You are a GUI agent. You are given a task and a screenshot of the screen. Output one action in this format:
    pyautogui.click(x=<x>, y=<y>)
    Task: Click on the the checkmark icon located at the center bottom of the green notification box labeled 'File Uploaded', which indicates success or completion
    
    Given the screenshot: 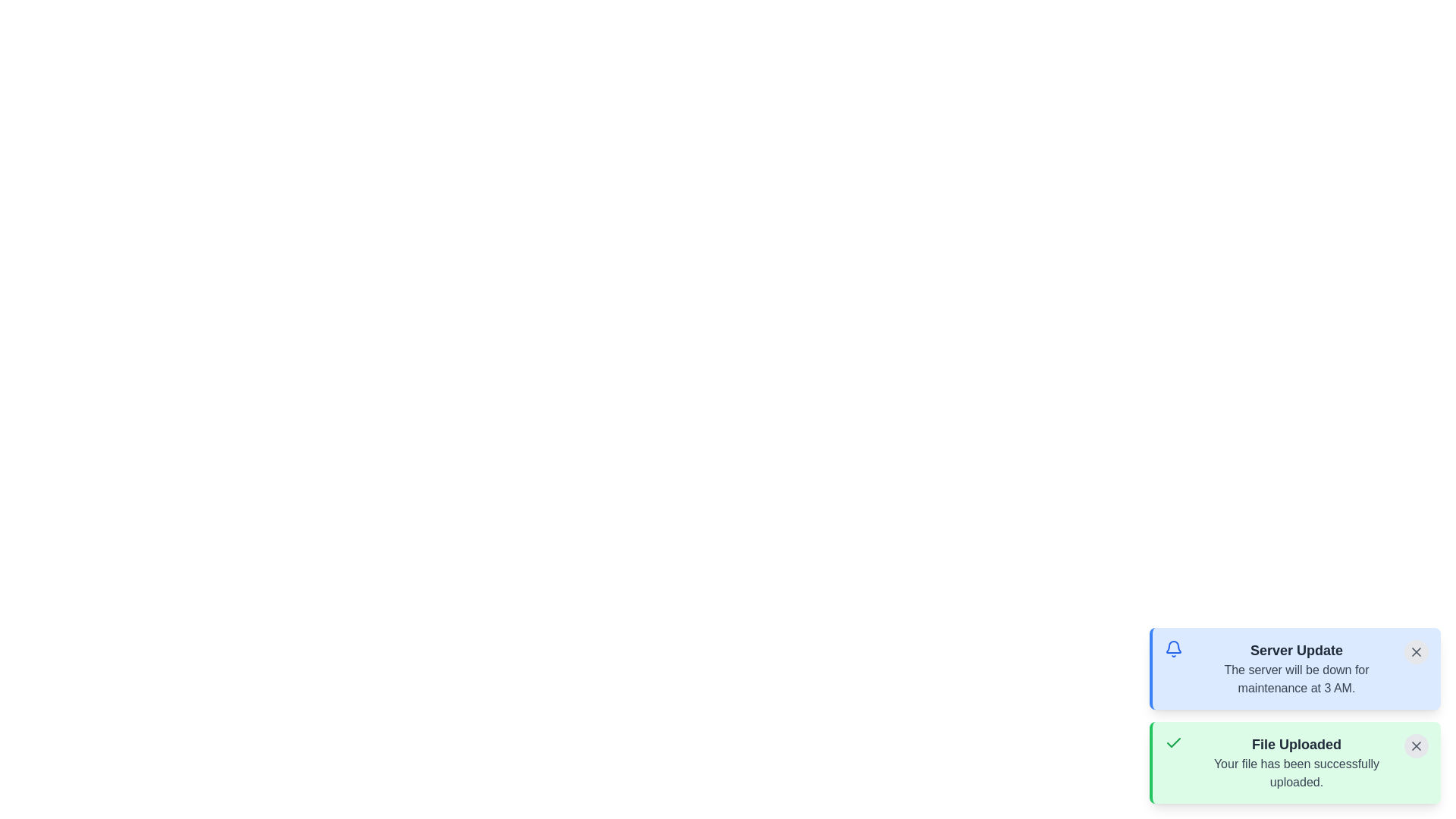 What is the action you would take?
    pyautogui.click(x=1173, y=742)
    